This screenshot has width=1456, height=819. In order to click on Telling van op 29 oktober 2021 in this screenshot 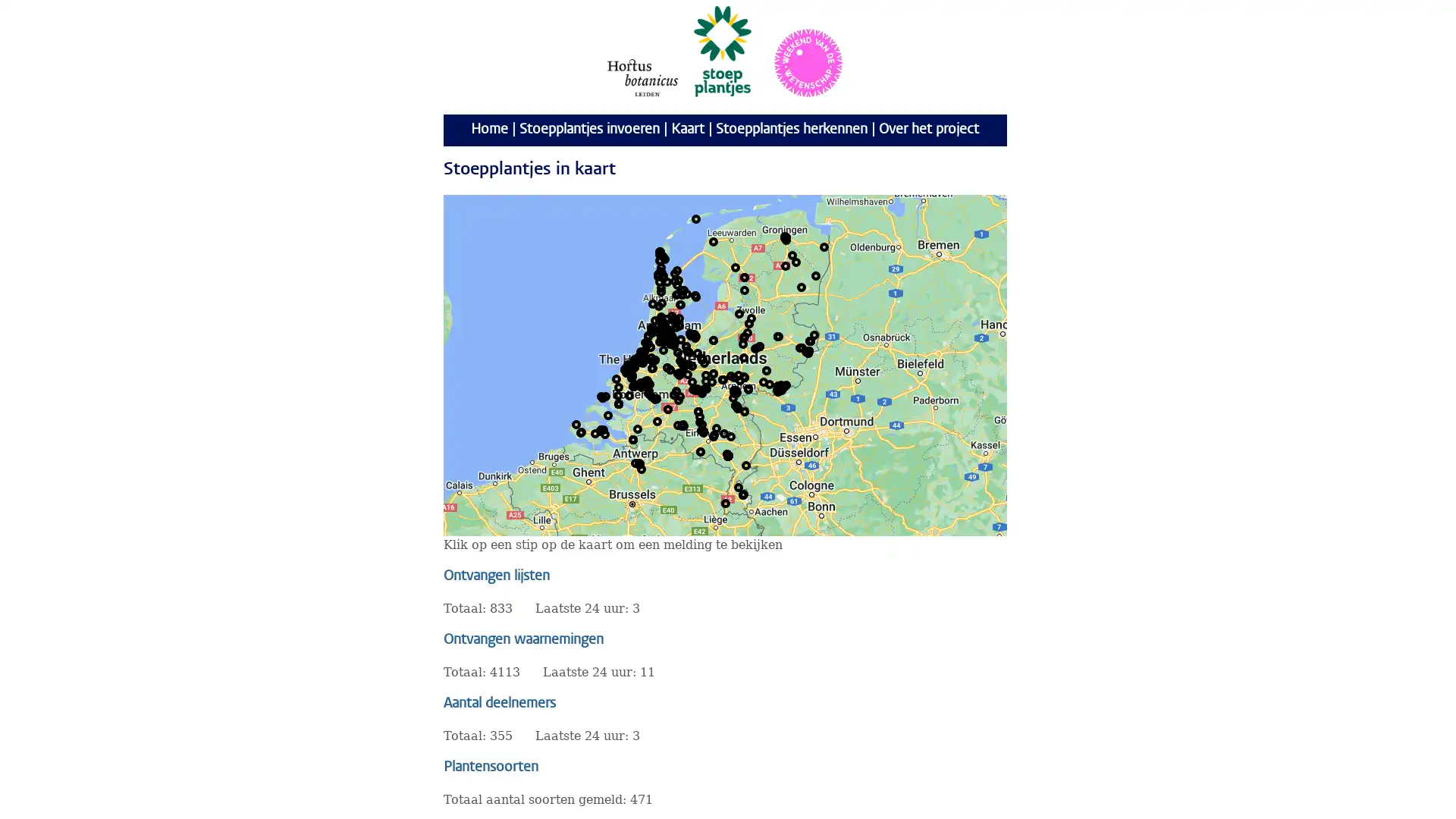, I will do `click(659, 329)`.